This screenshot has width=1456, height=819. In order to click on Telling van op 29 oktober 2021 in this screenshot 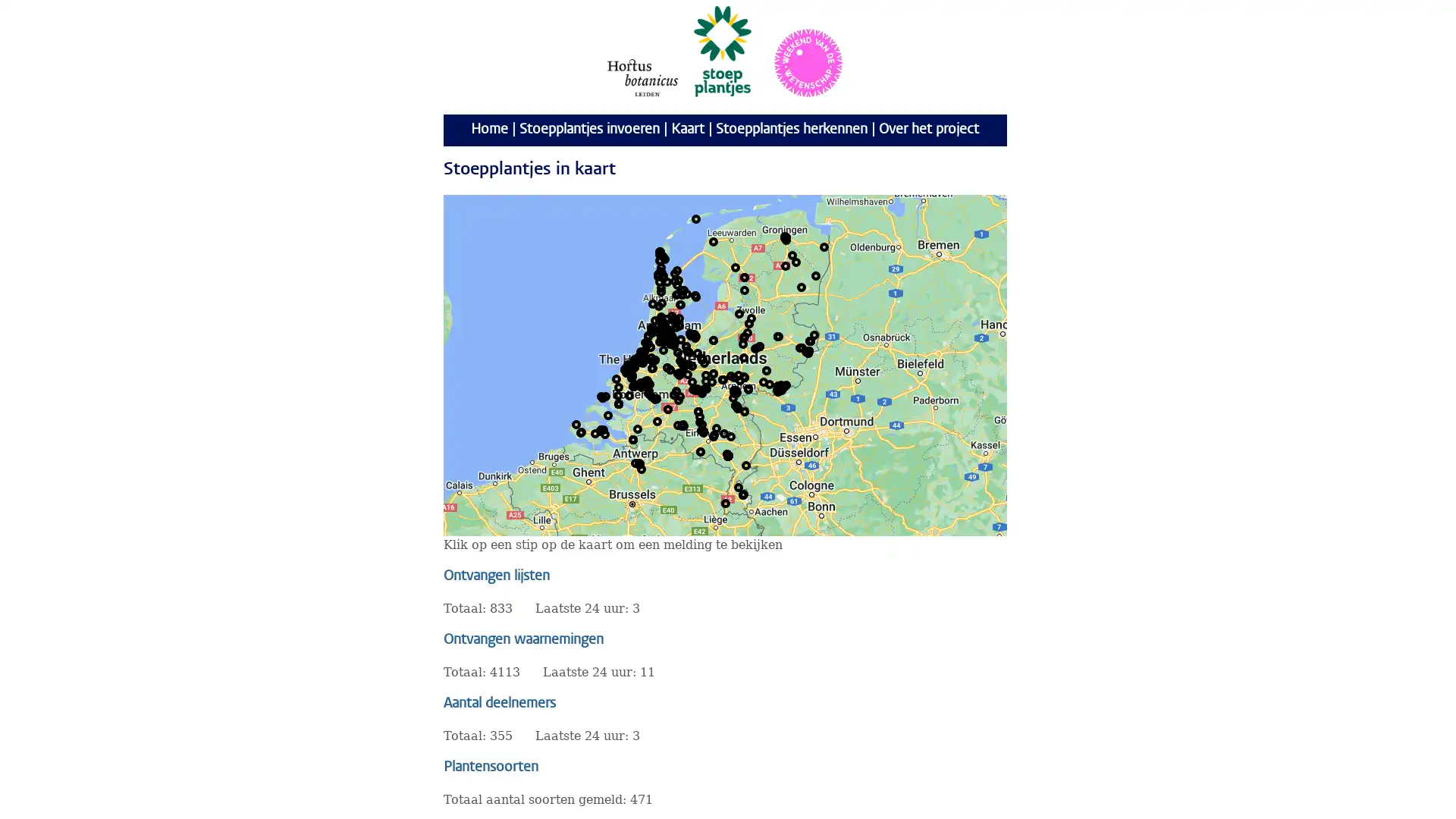, I will do `click(659, 329)`.